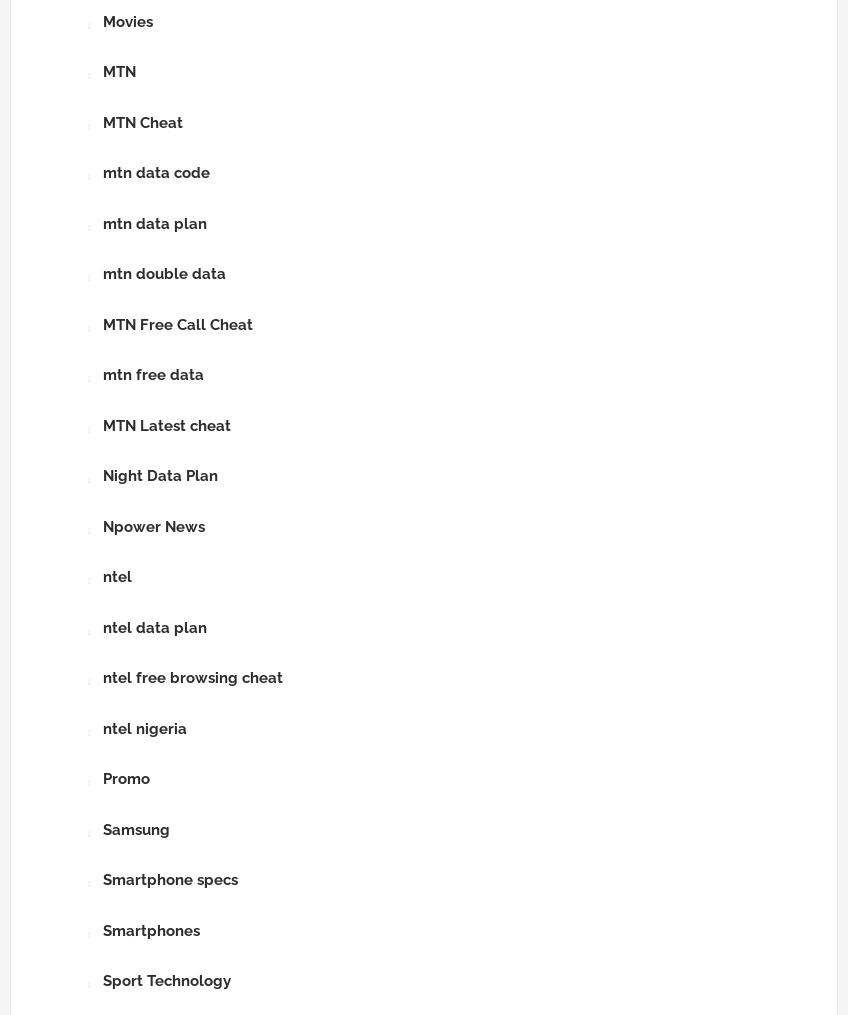 The height and width of the screenshot is (1015, 848). I want to click on 'ntel nigeria', so click(144, 726).